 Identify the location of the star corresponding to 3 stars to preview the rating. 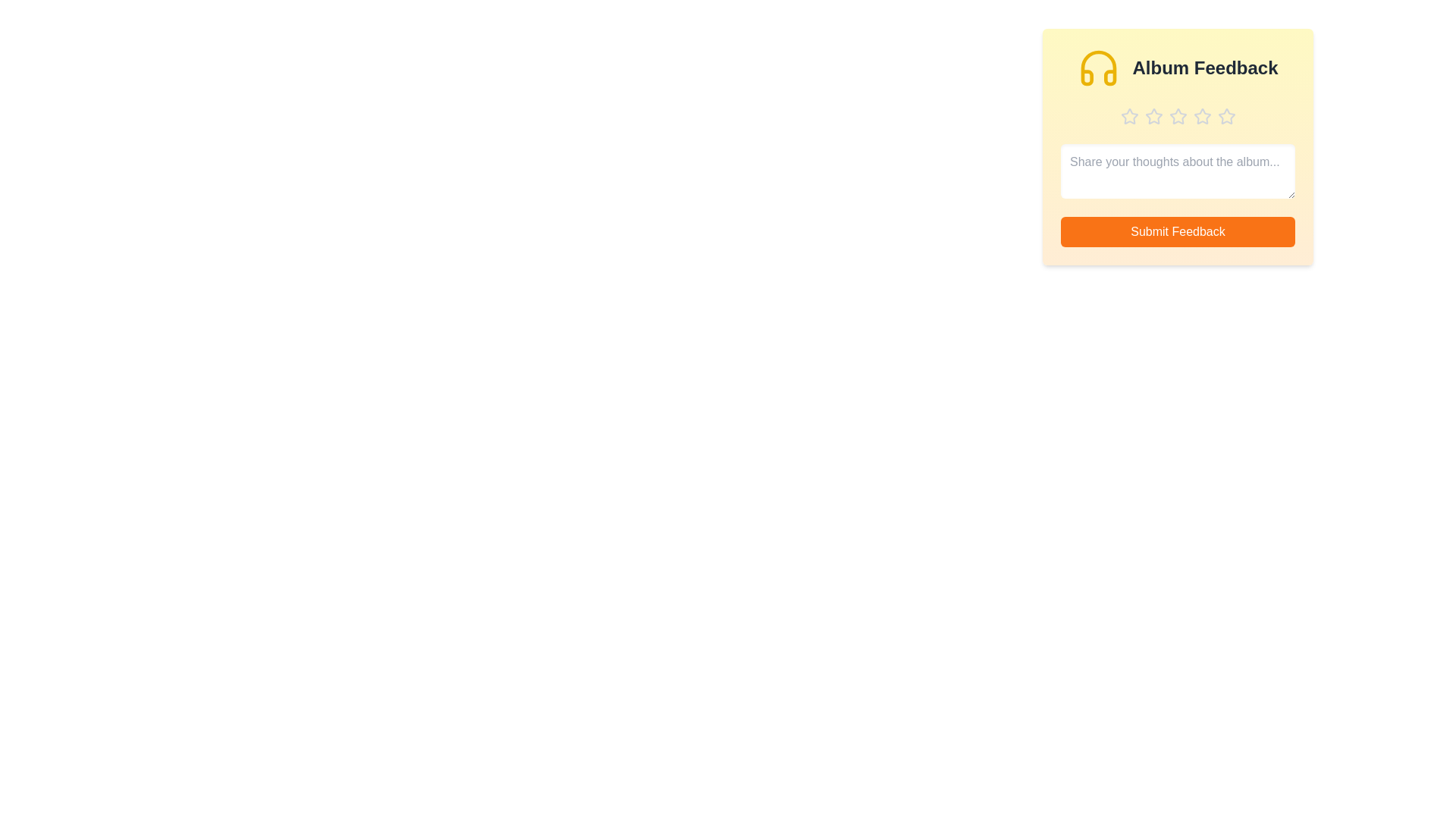
(1177, 116).